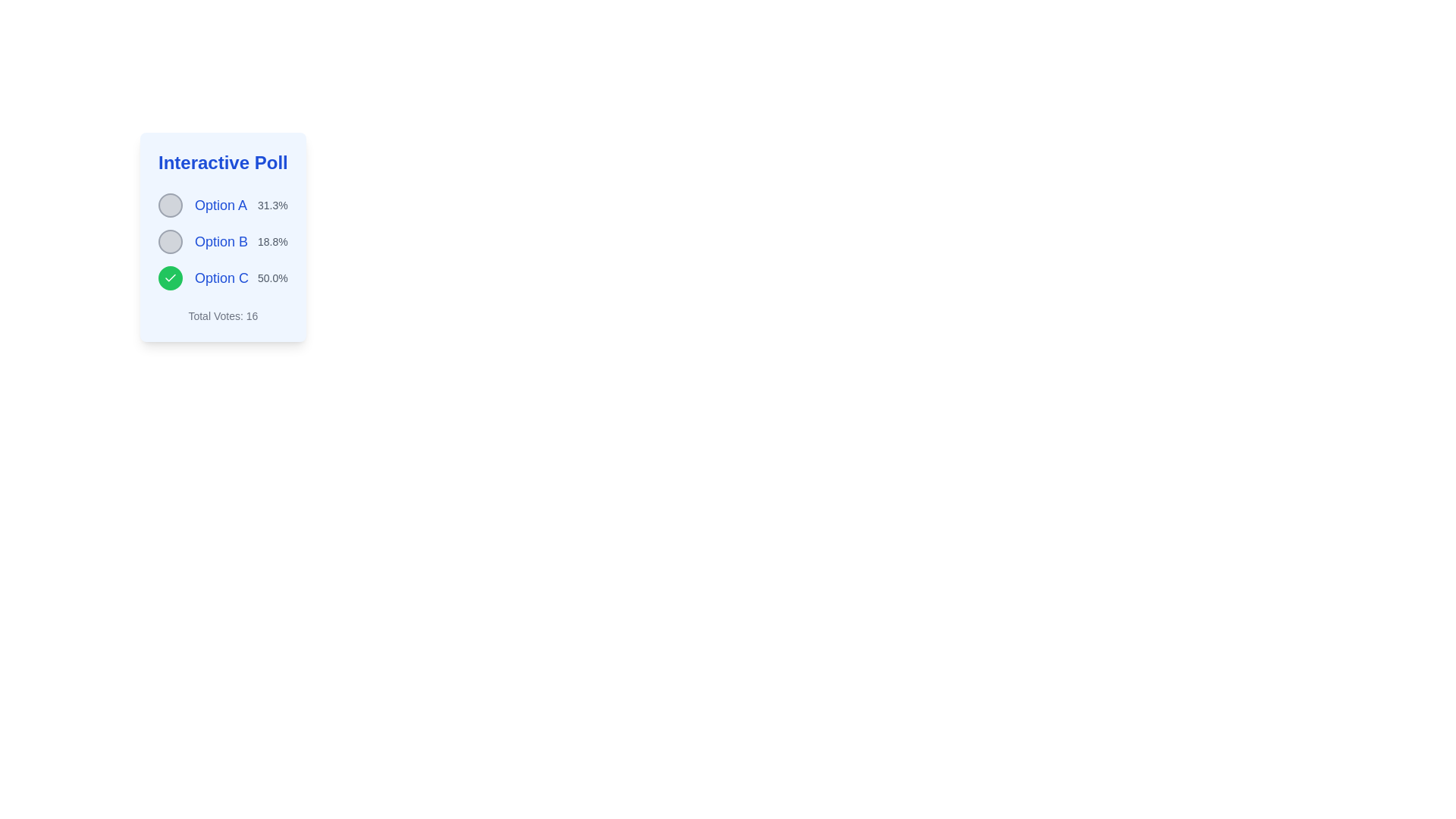 The image size is (1456, 819). I want to click on text content of the selectable option labeled 'Option C', which is the third option in a vertical list of poll options, positioned next to a green circle with a checkmark, so click(221, 278).